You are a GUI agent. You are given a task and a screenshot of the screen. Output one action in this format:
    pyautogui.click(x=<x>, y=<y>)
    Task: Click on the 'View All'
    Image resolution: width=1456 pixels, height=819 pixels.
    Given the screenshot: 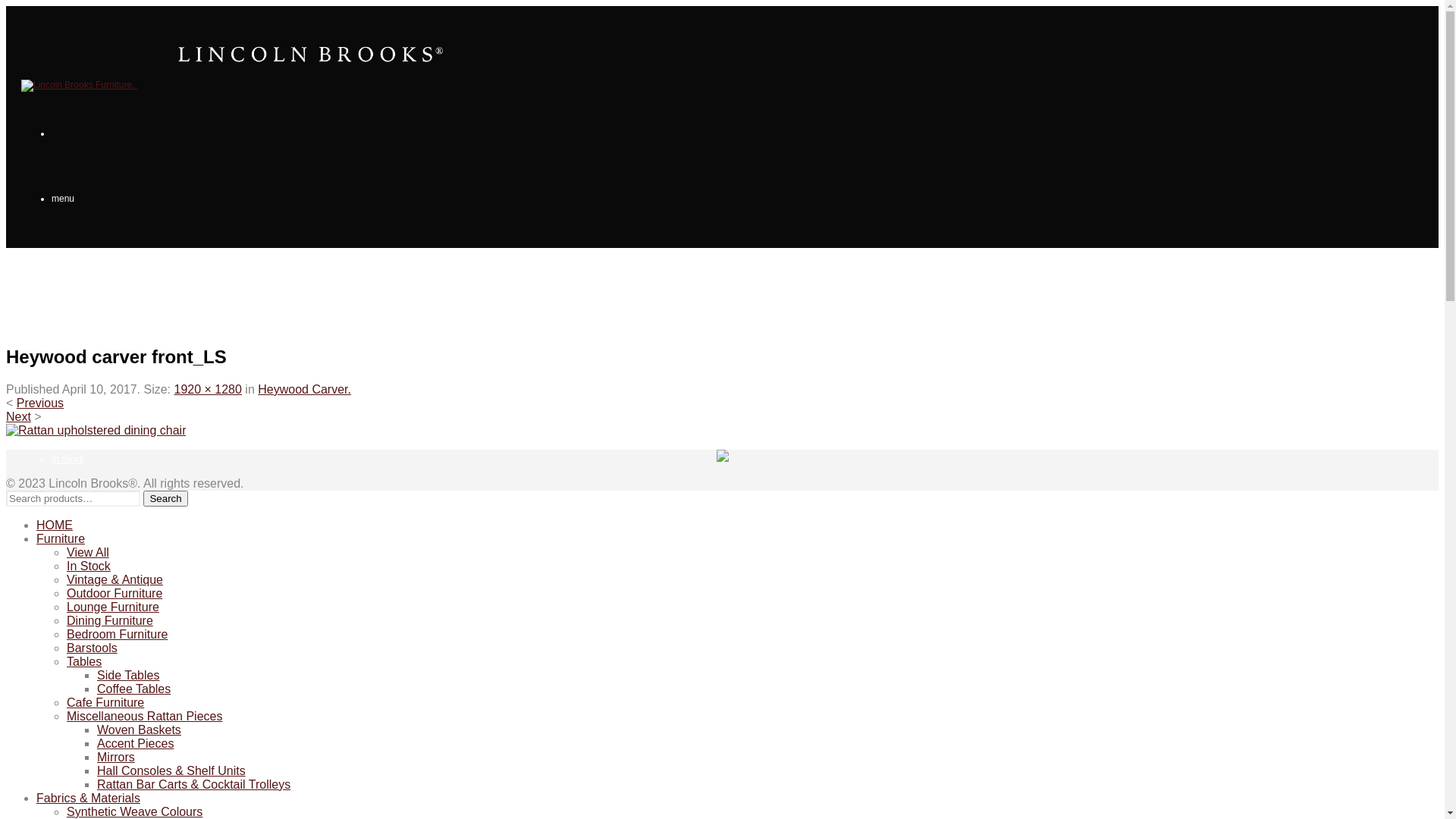 What is the action you would take?
    pyautogui.click(x=67, y=394)
    